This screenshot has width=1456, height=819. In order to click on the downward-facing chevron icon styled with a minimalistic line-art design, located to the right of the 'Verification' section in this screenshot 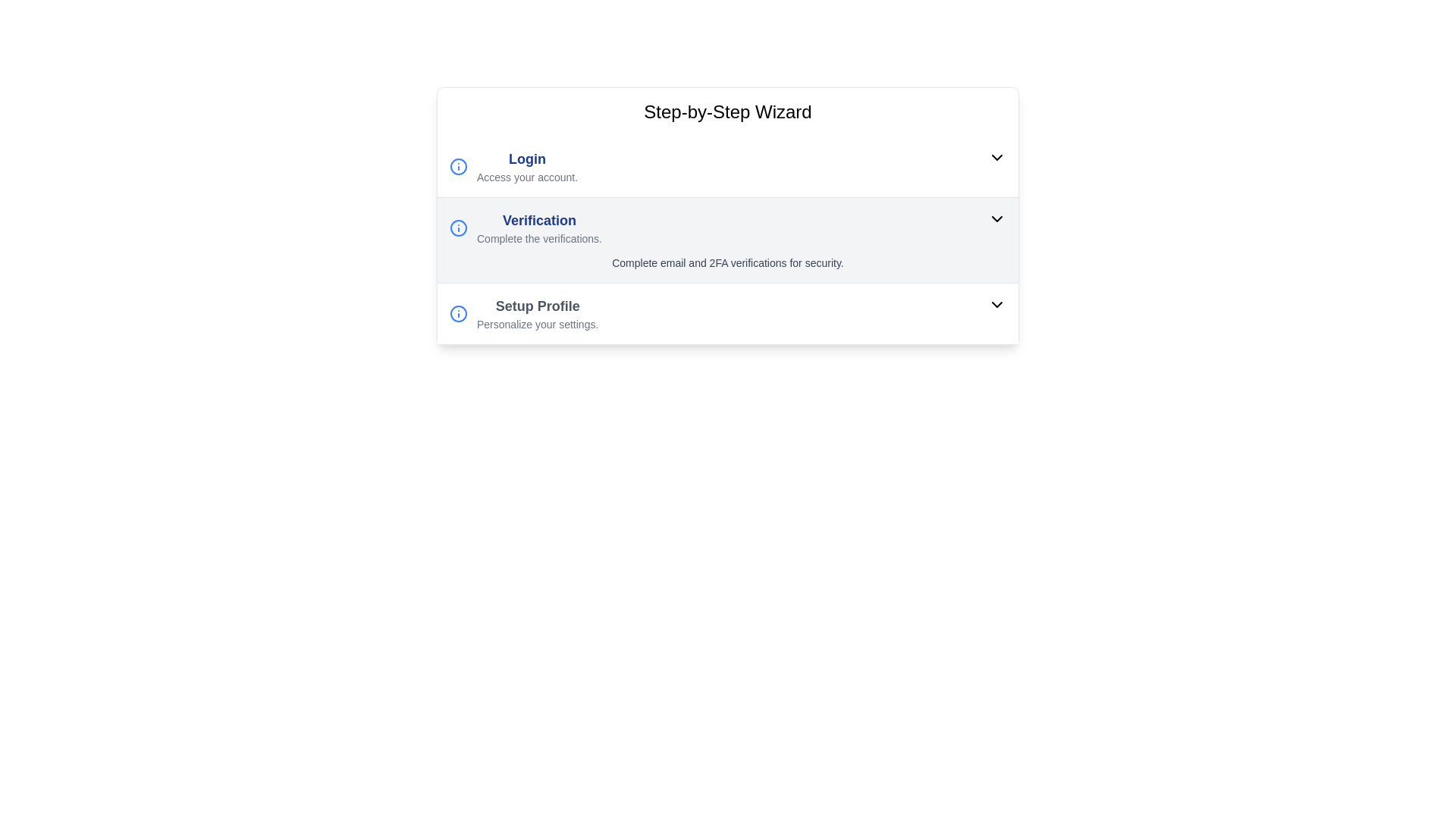, I will do `click(997, 219)`.